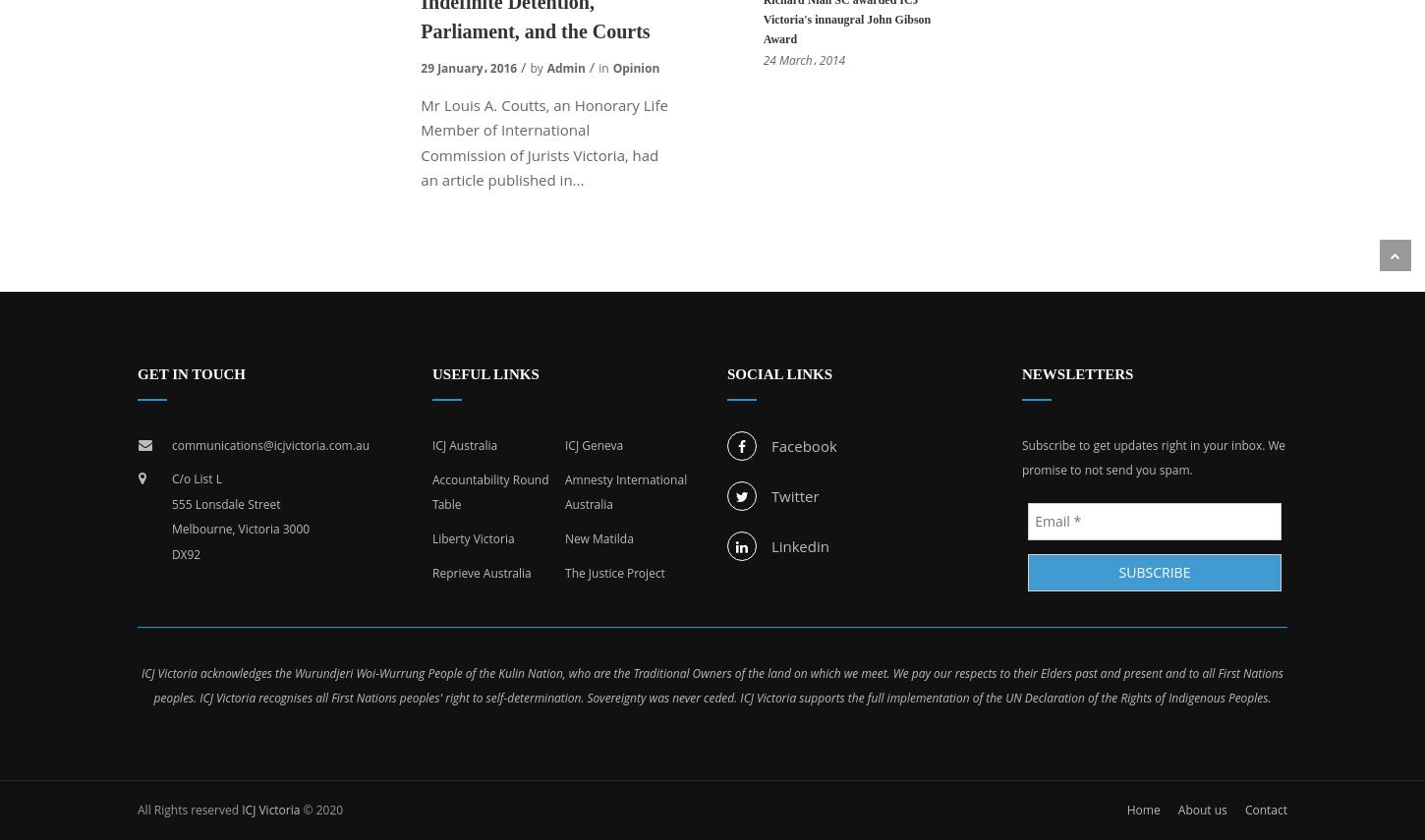  What do you see at coordinates (565, 67) in the screenshot?
I see `'admin'` at bounding box center [565, 67].